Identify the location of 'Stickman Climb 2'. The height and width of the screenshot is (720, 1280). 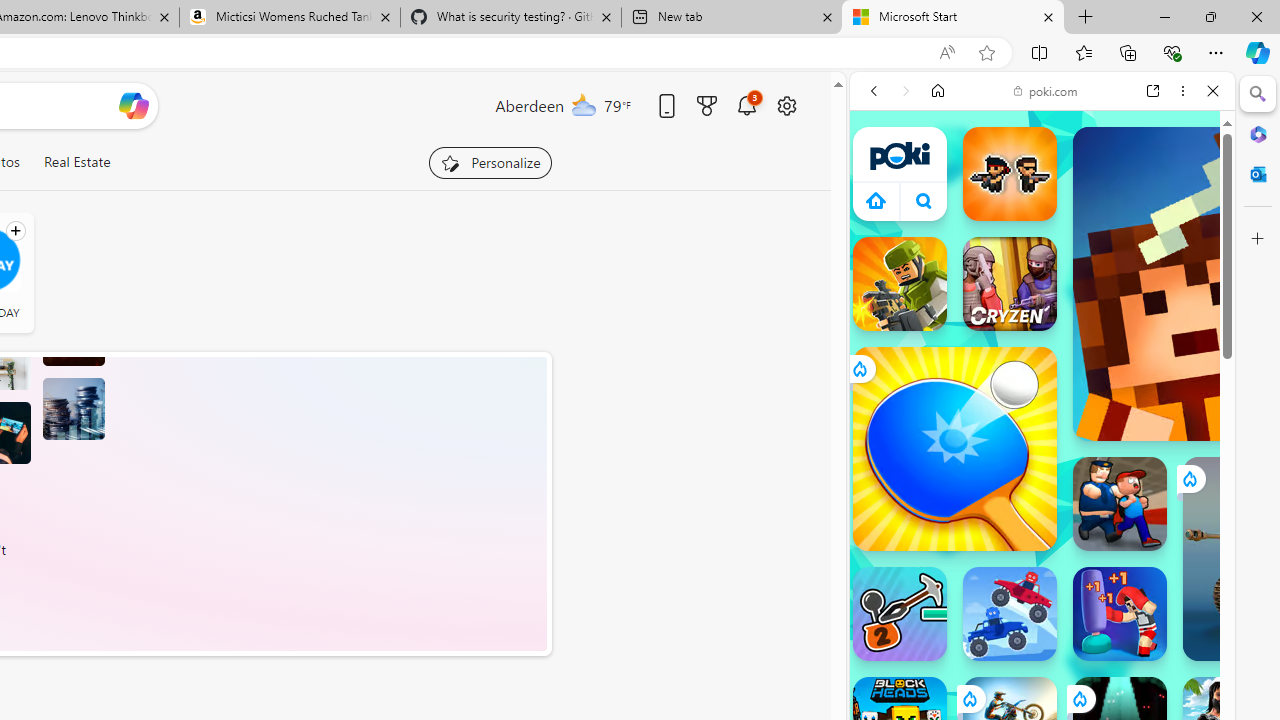
(898, 613).